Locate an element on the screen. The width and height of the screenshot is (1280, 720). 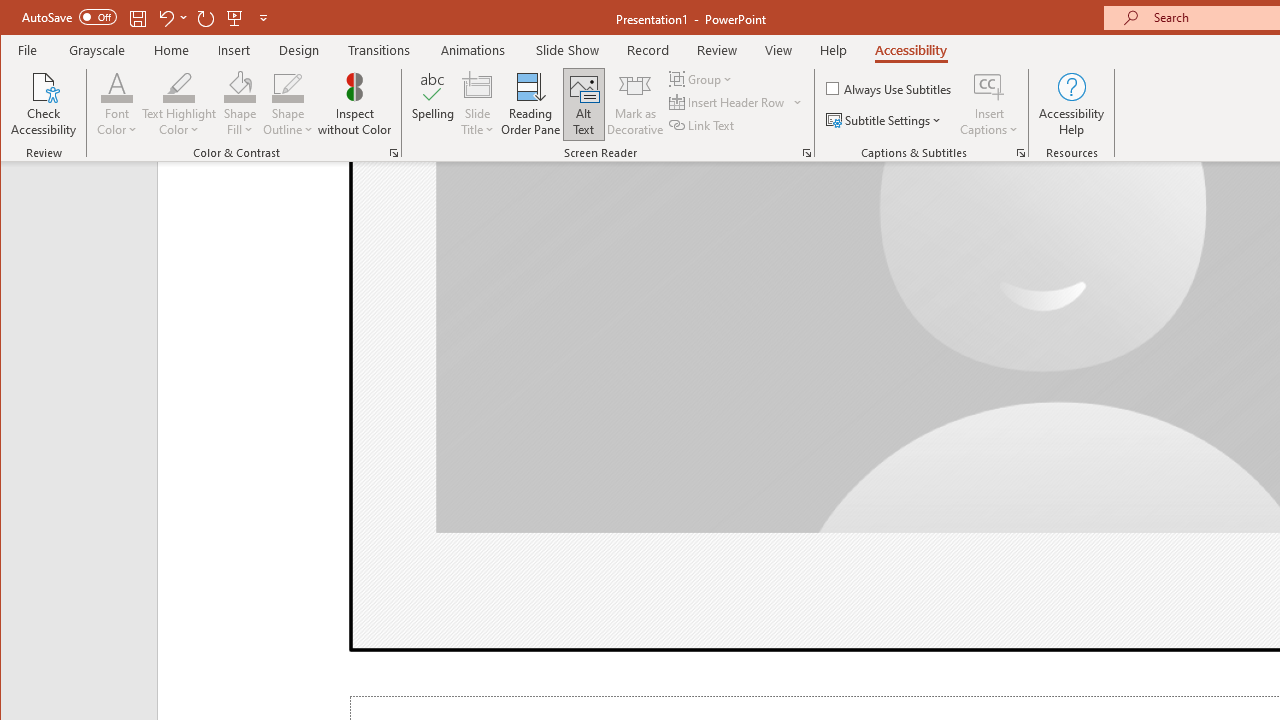
'Inspect without Color' is located at coordinates (355, 104).